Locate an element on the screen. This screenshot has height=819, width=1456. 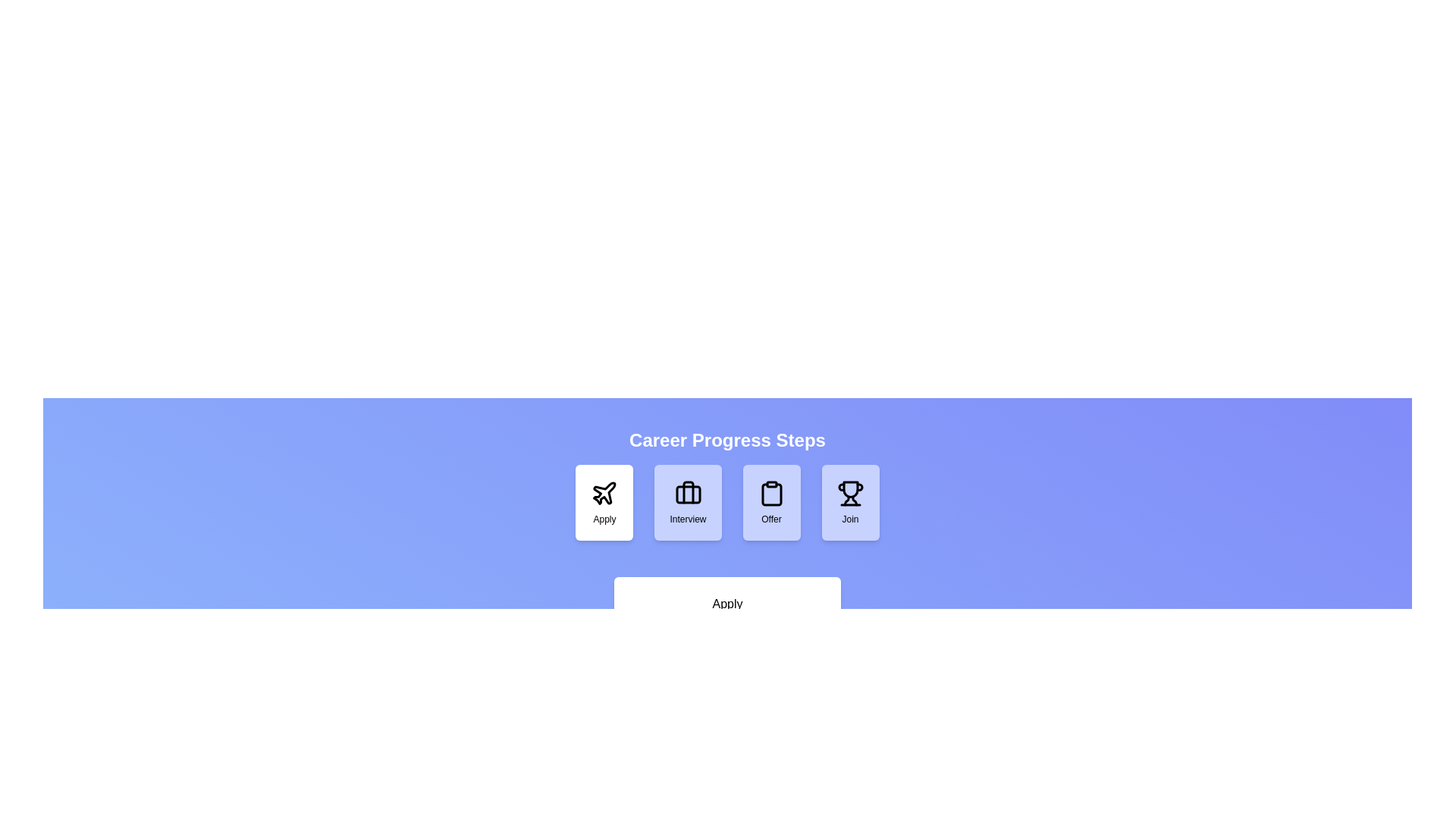
the icon corresponding to the career step Offer is located at coordinates (771, 503).